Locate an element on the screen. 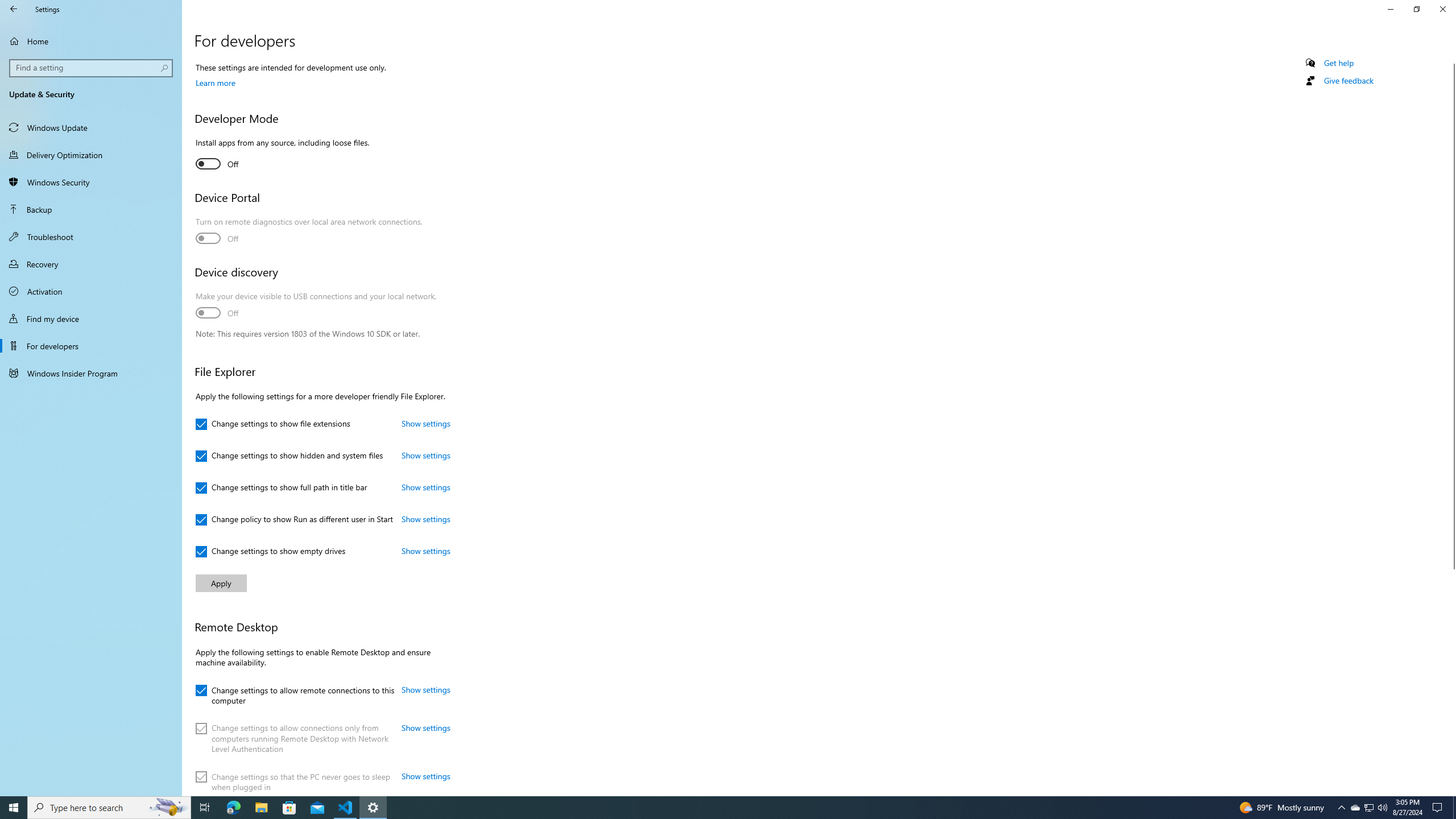  'Vertical Small Decrease' is located at coordinates (1451, 59).